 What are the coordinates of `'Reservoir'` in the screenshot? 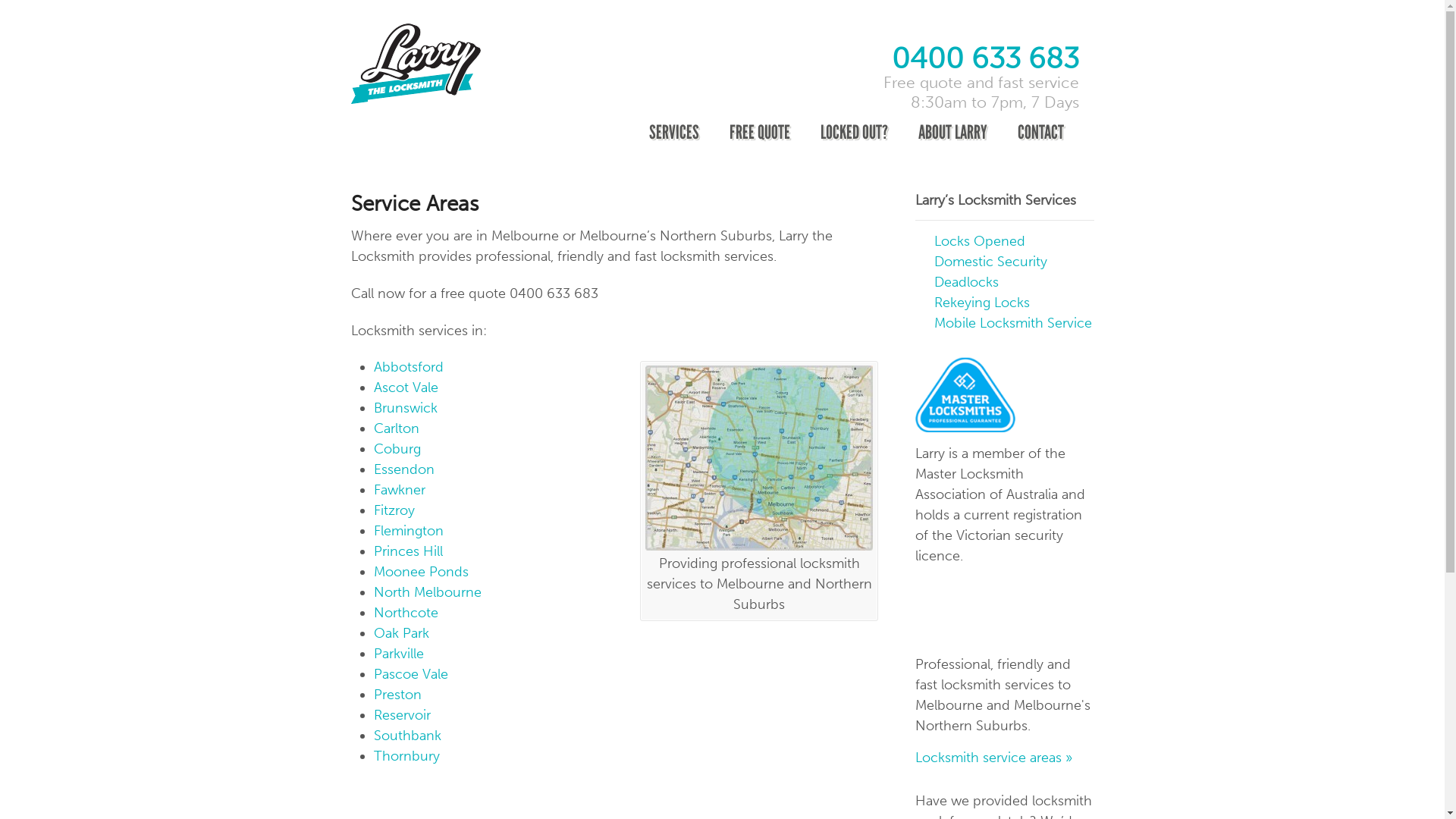 It's located at (401, 714).